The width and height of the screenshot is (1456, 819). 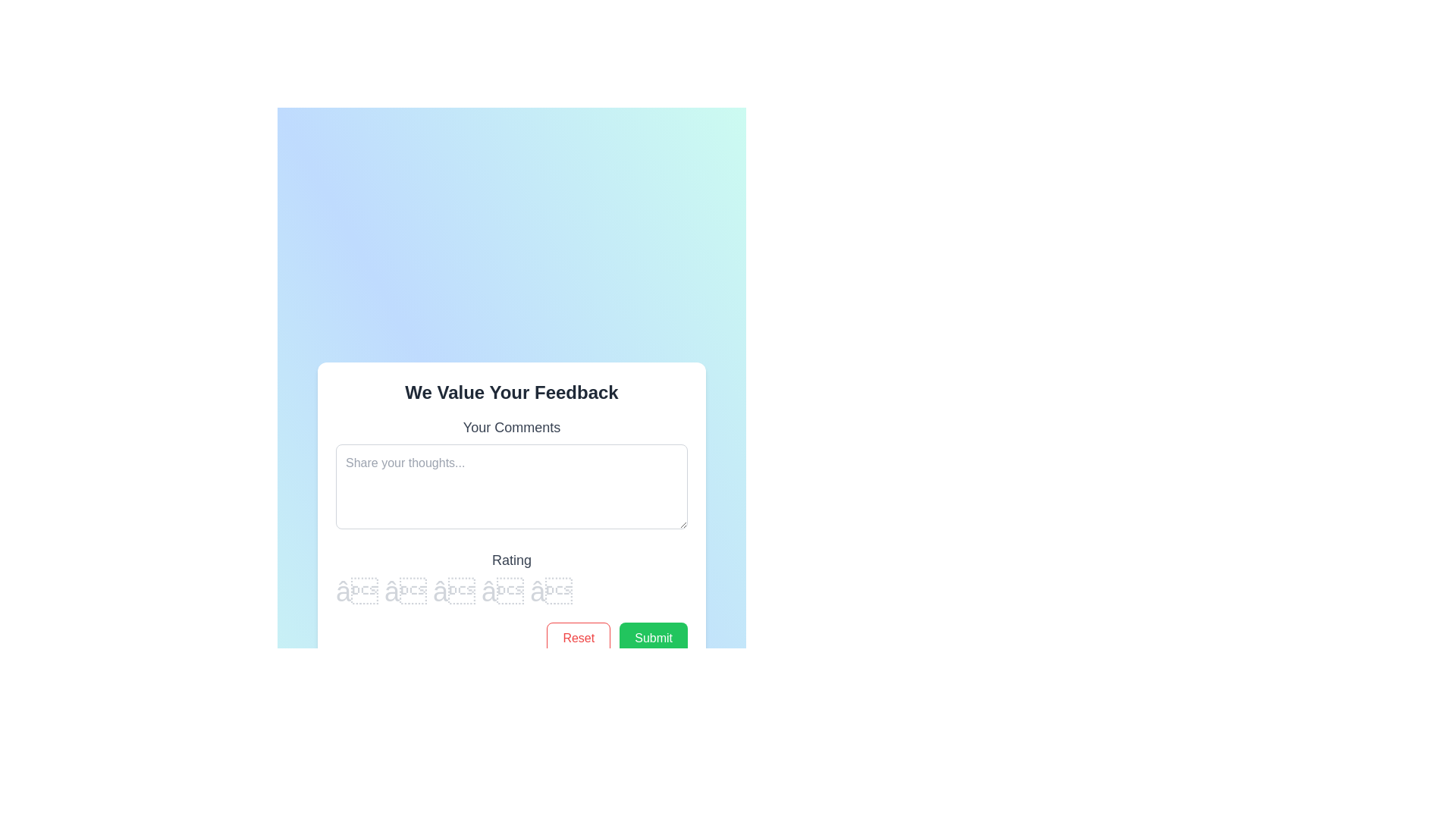 What do you see at coordinates (356, 591) in the screenshot?
I see `the first star button in the Rating section` at bounding box center [356, 591].